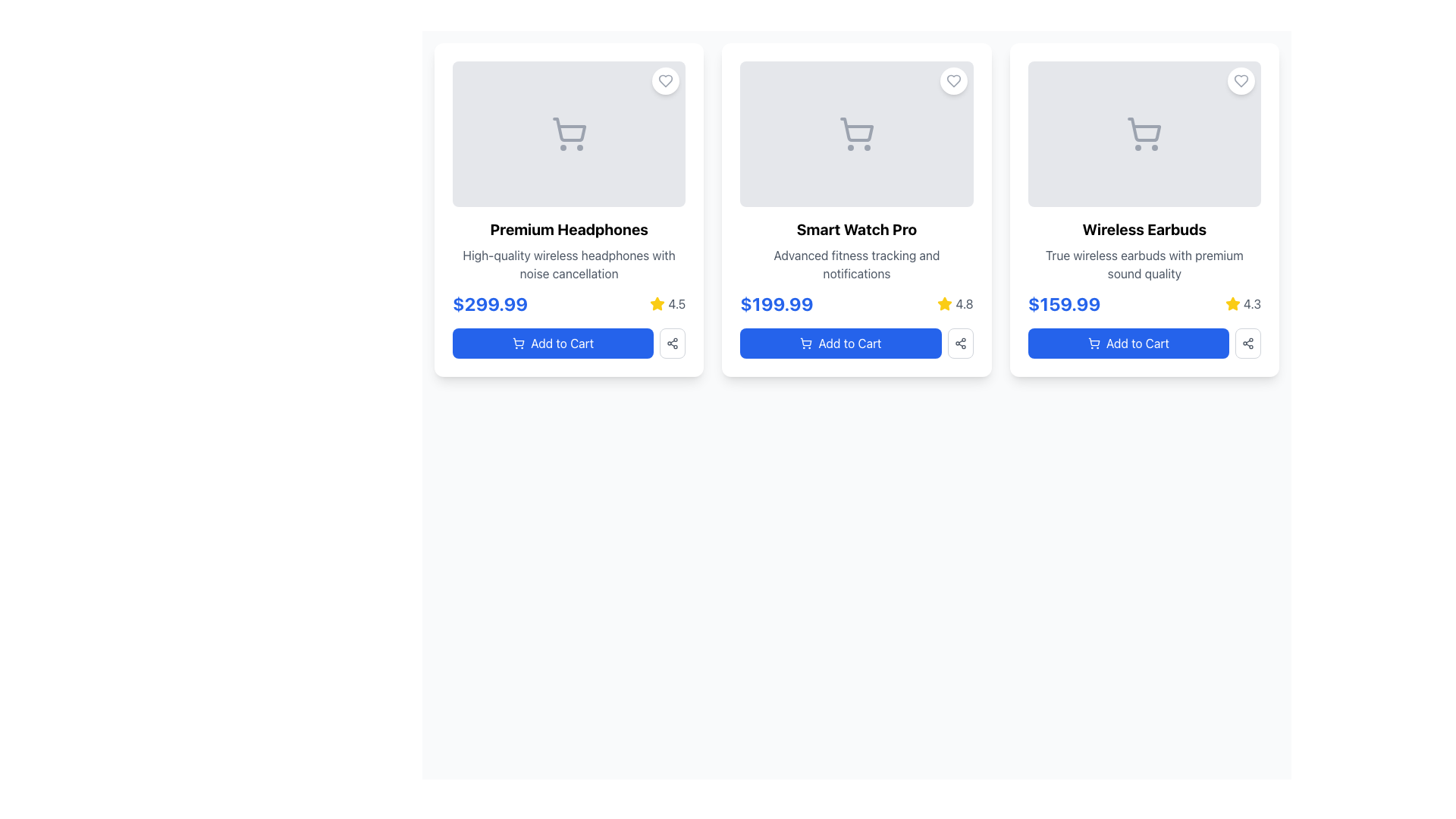 The height and width of the screenshot is (819, 1456). I want to click on the shopping cart icon located in the 'Premium Headphones' product card, positioned near the top-left of the card, above the product name and price, so click(568, 133).